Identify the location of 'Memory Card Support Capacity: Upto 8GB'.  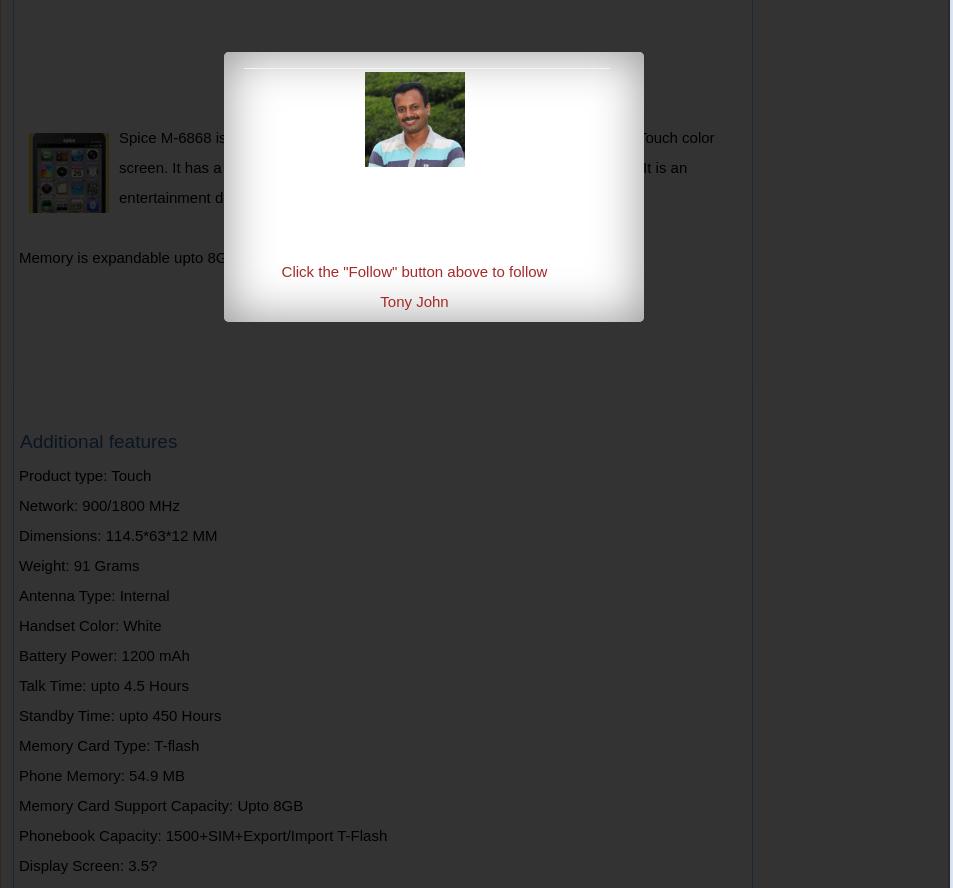
(159, 805).